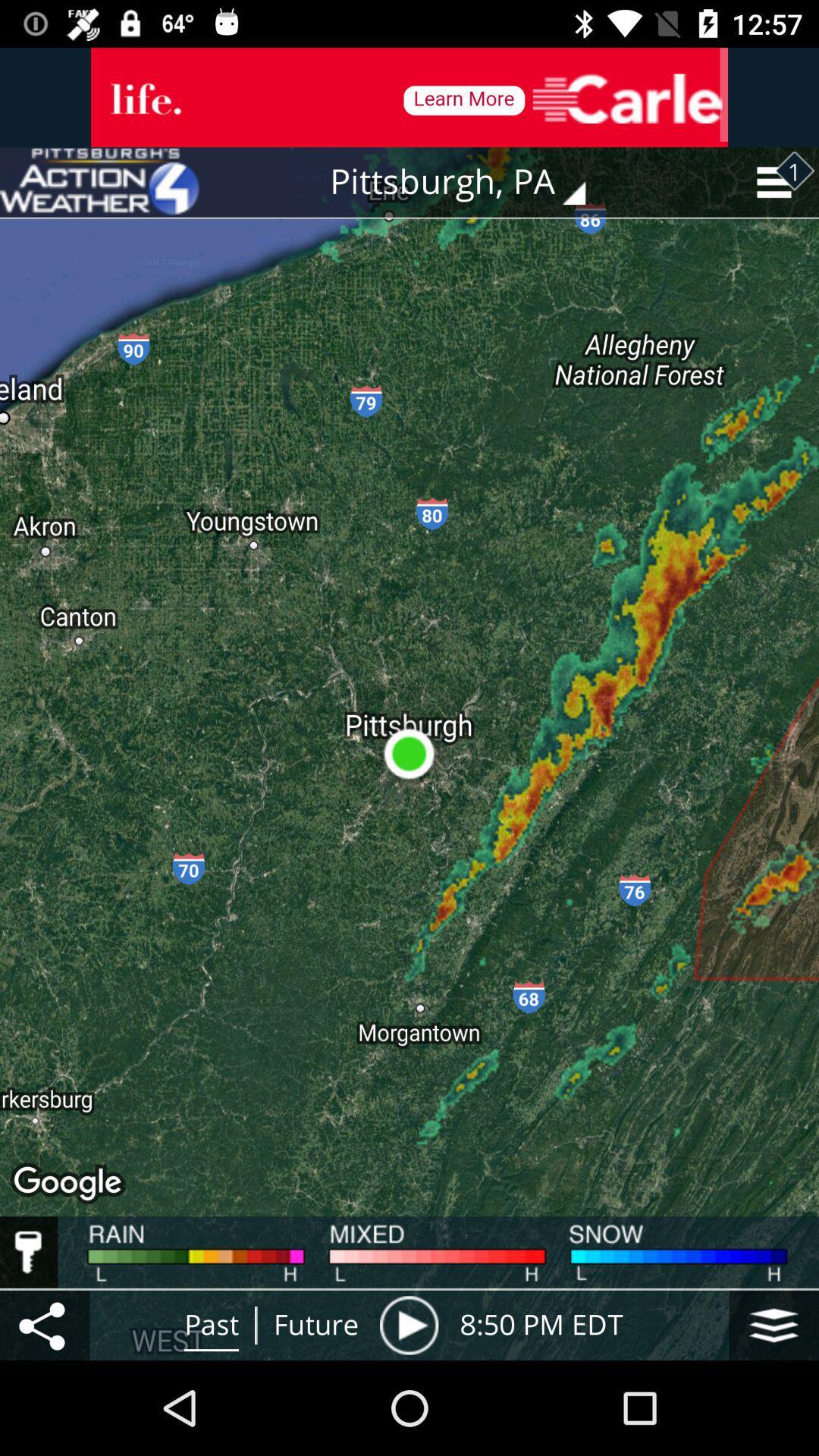 This screenshot has width=819, height=1456. Describe the element at coordinates (408, 1324) in the screenshot. I see `press play` at that location.